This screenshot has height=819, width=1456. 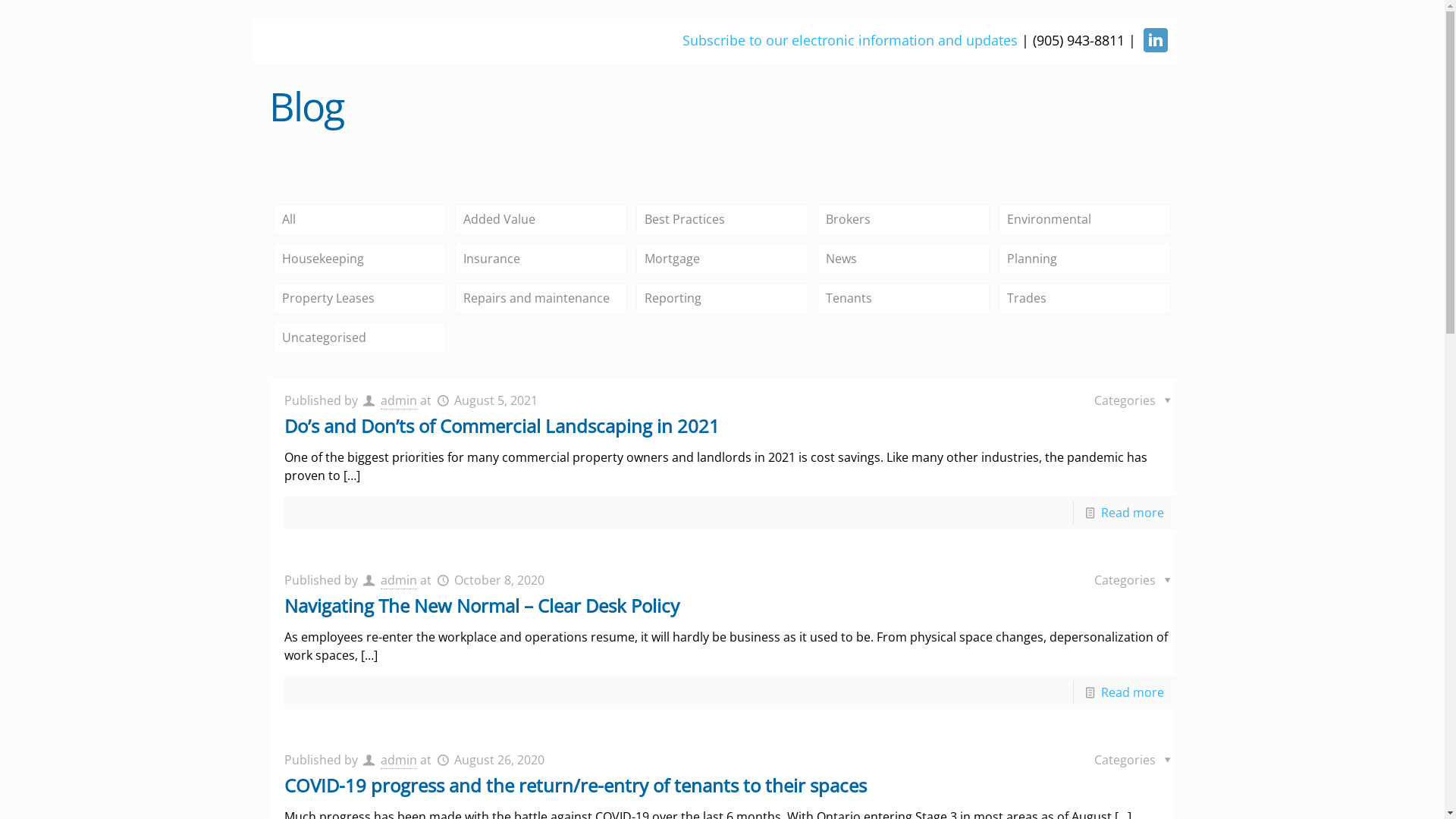 What do you see at coordinates (636, 257) in the screenshot?
I see `'Mortgage'` at bounding box center [636, 257].